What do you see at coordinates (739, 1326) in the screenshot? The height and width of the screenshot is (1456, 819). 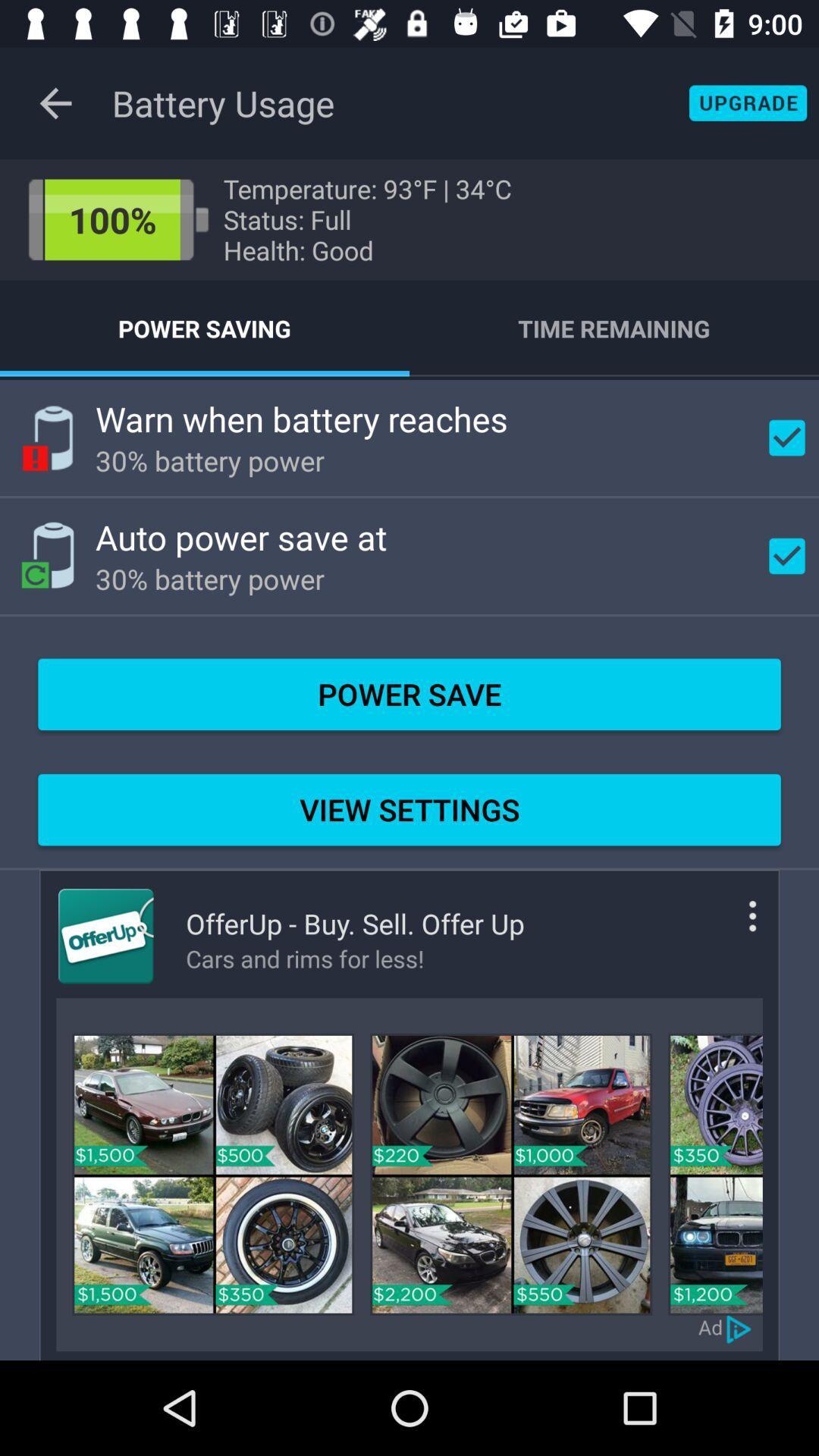 I see `advertisement choices` at bounding box center [739, 1326].